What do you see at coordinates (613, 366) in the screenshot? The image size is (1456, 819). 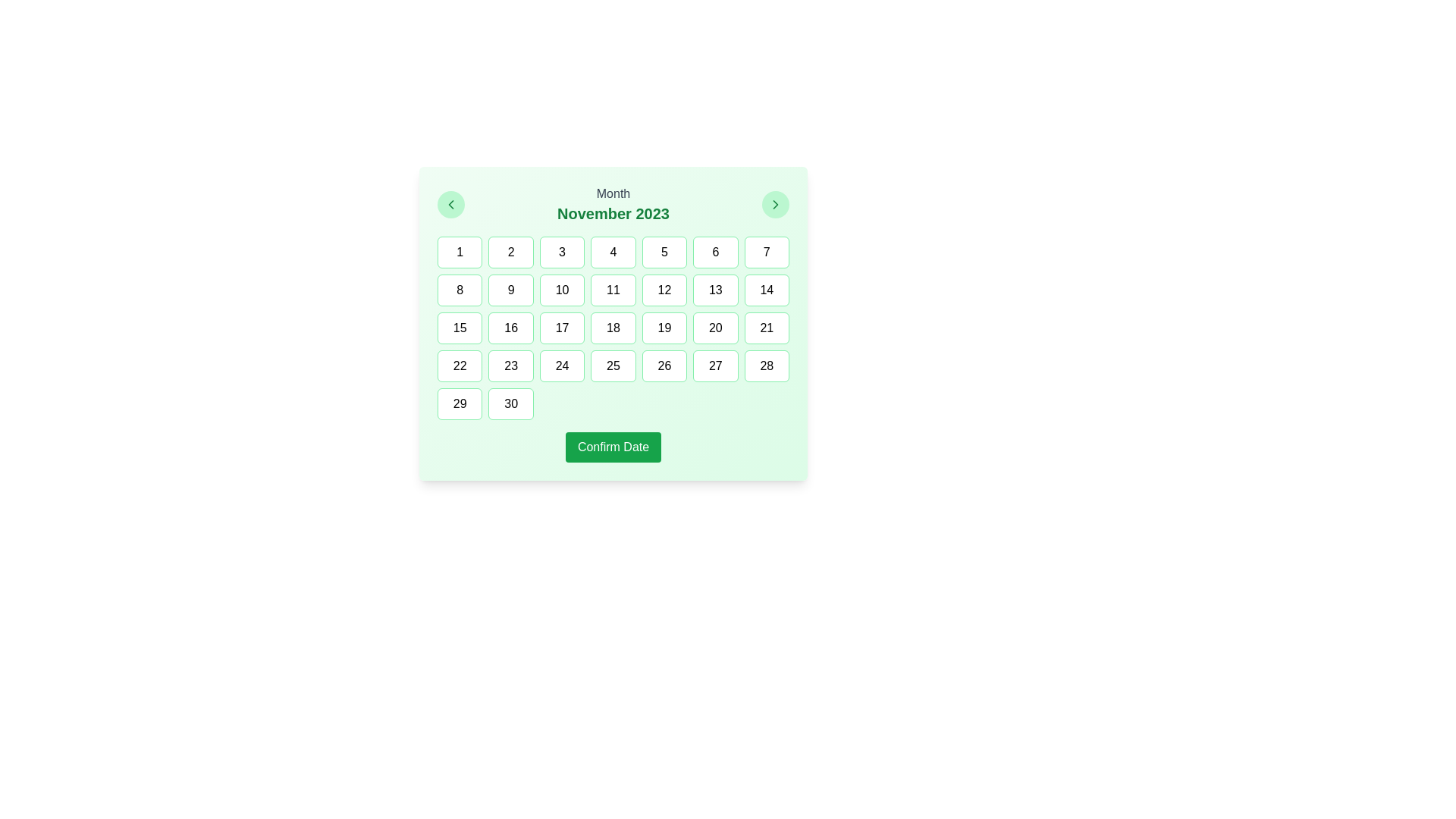 I see `the selectable day button representing the 25th day in the calendar for November 2023 to trigger a style change` at bounding box center [613, 366].